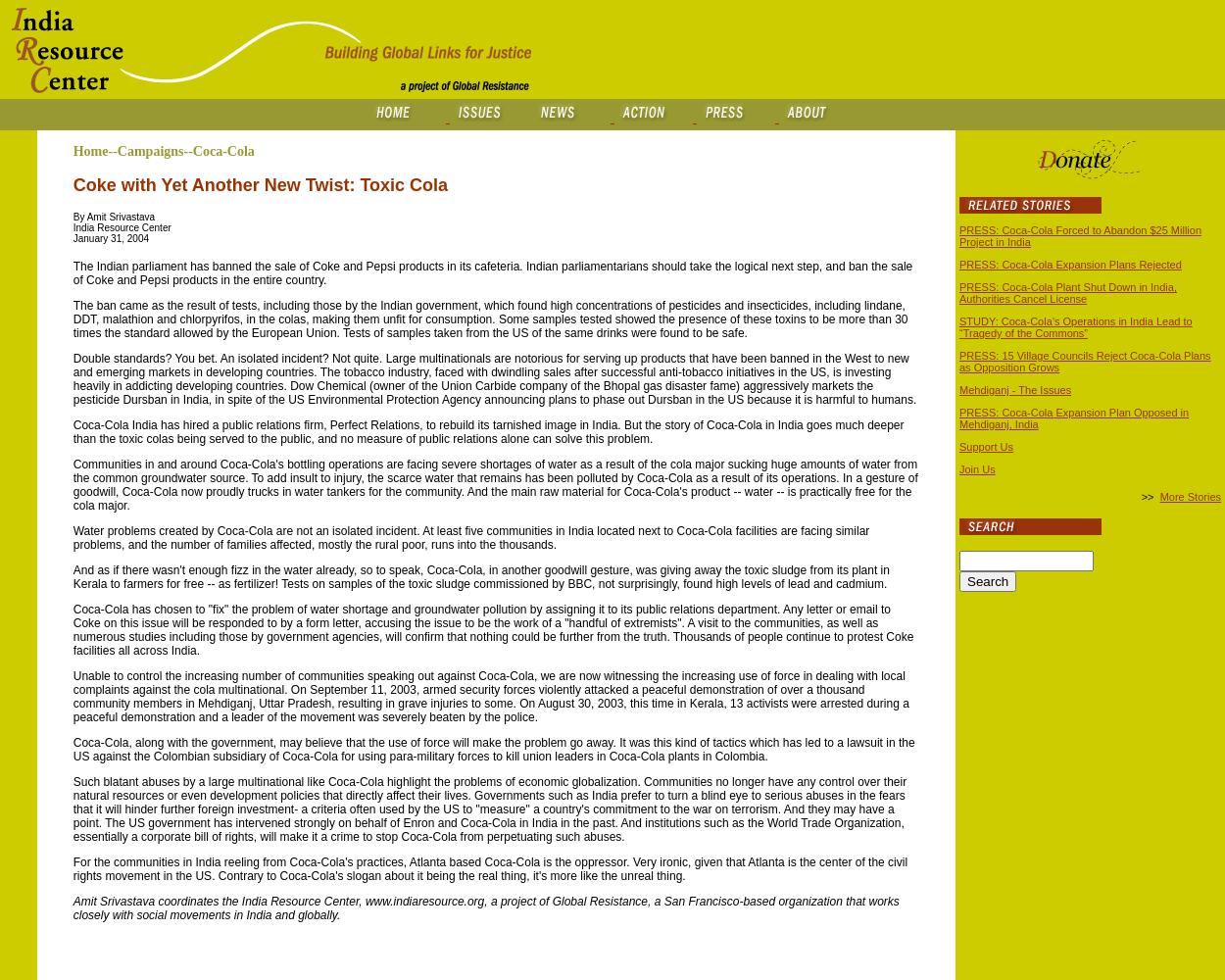 Image resolution: width=1225 pixels, height=980 pixels. What do you see at coordinates (121, 226) in the screenshot?
I see `'India Resource Center'` at bounding box center [121, 226].